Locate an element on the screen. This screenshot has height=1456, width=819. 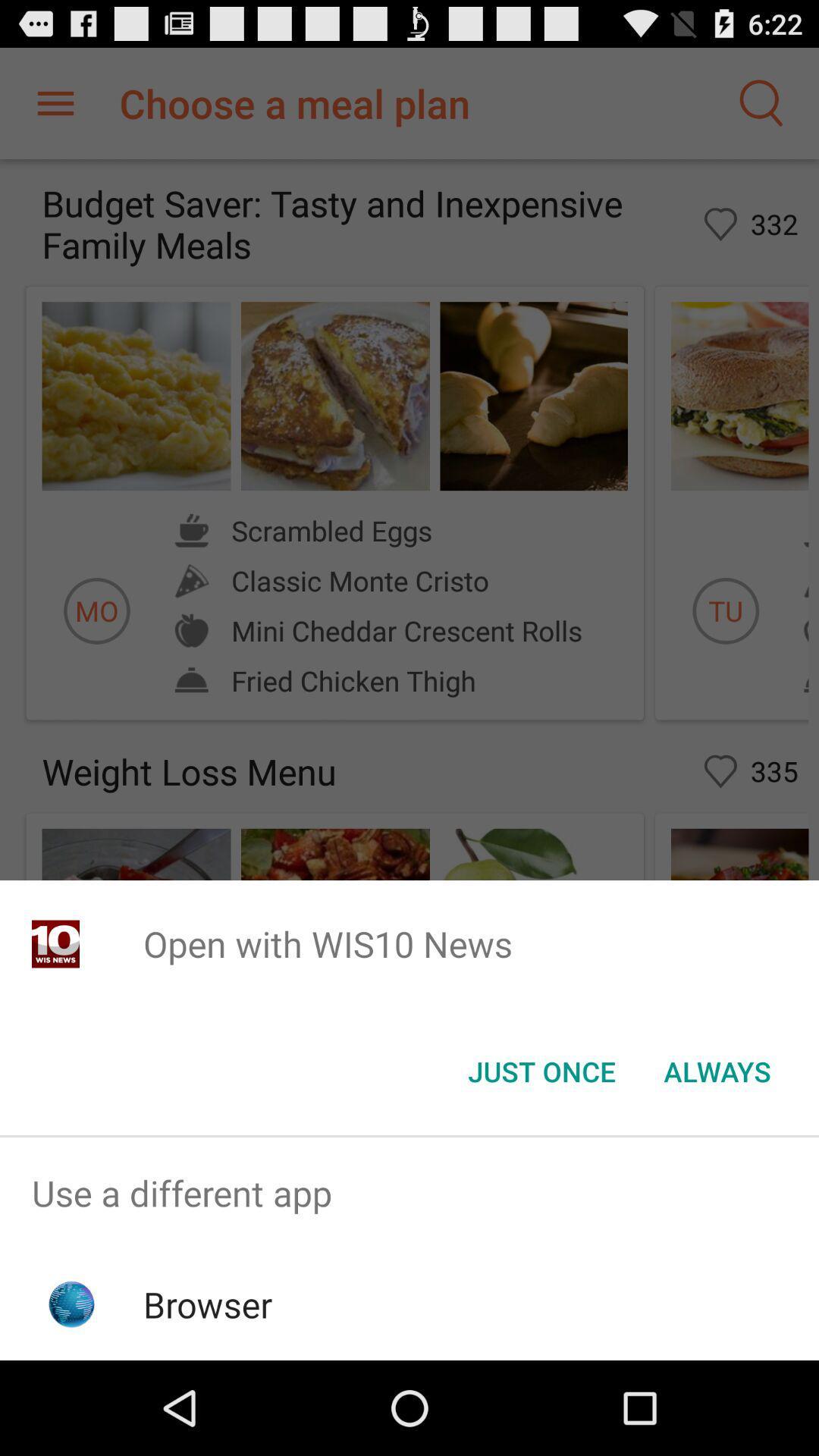
item above browser is located at coordinates (409, 1192).